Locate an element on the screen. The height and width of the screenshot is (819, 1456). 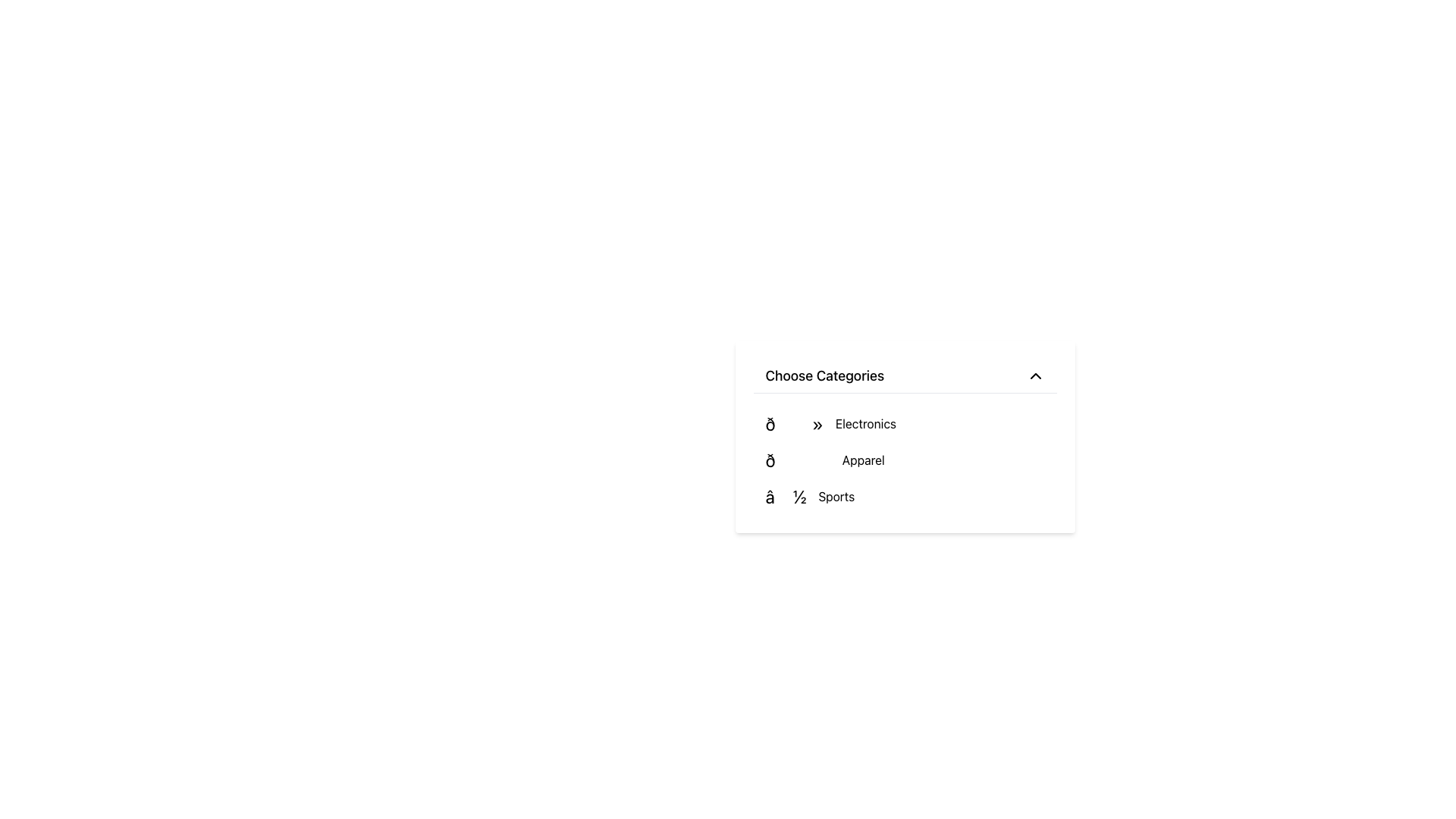
the first option is located at coordinates (830, 424).